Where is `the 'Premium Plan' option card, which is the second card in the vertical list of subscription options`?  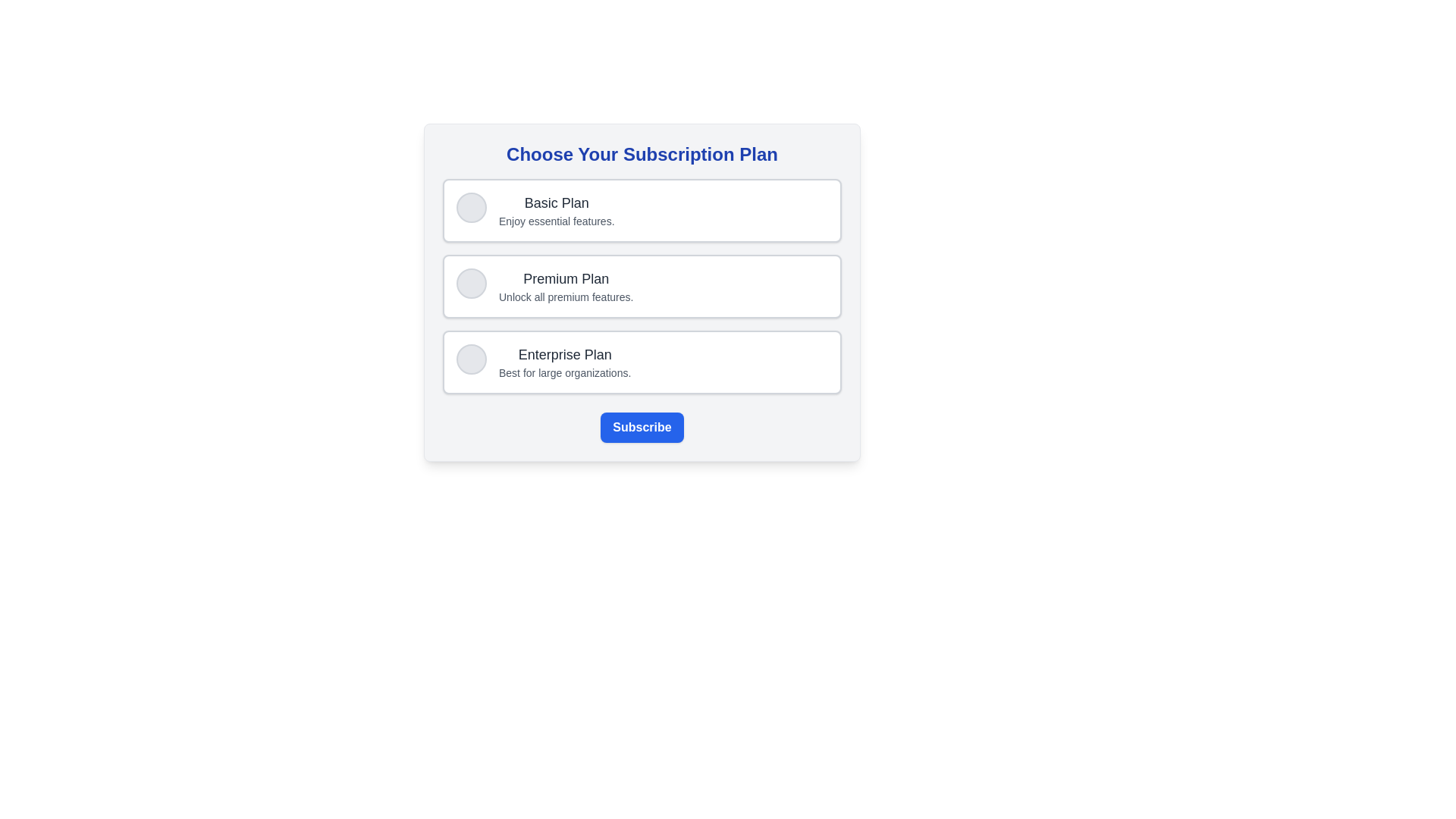 the 'Premium Plan' option card, which is the second card in the vertical list of subscription options is located at coordinates (642, 287).